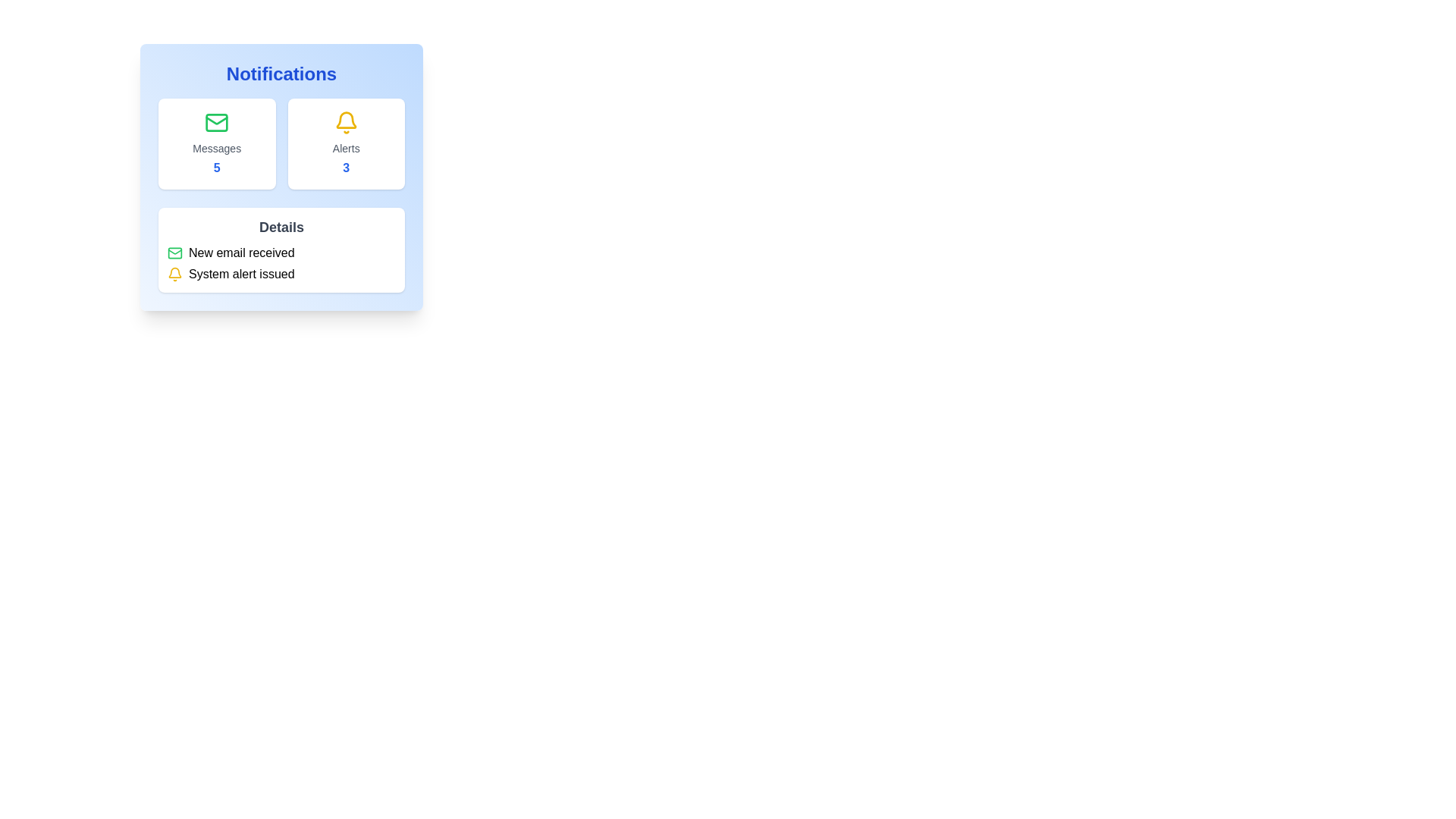 The height and width of the screenshot is (819, 1456). I want to click on the yellow bell-shaped icon located to the left of the text 'System alert issued' in the 'System alert issued' section, so click(174, 275).